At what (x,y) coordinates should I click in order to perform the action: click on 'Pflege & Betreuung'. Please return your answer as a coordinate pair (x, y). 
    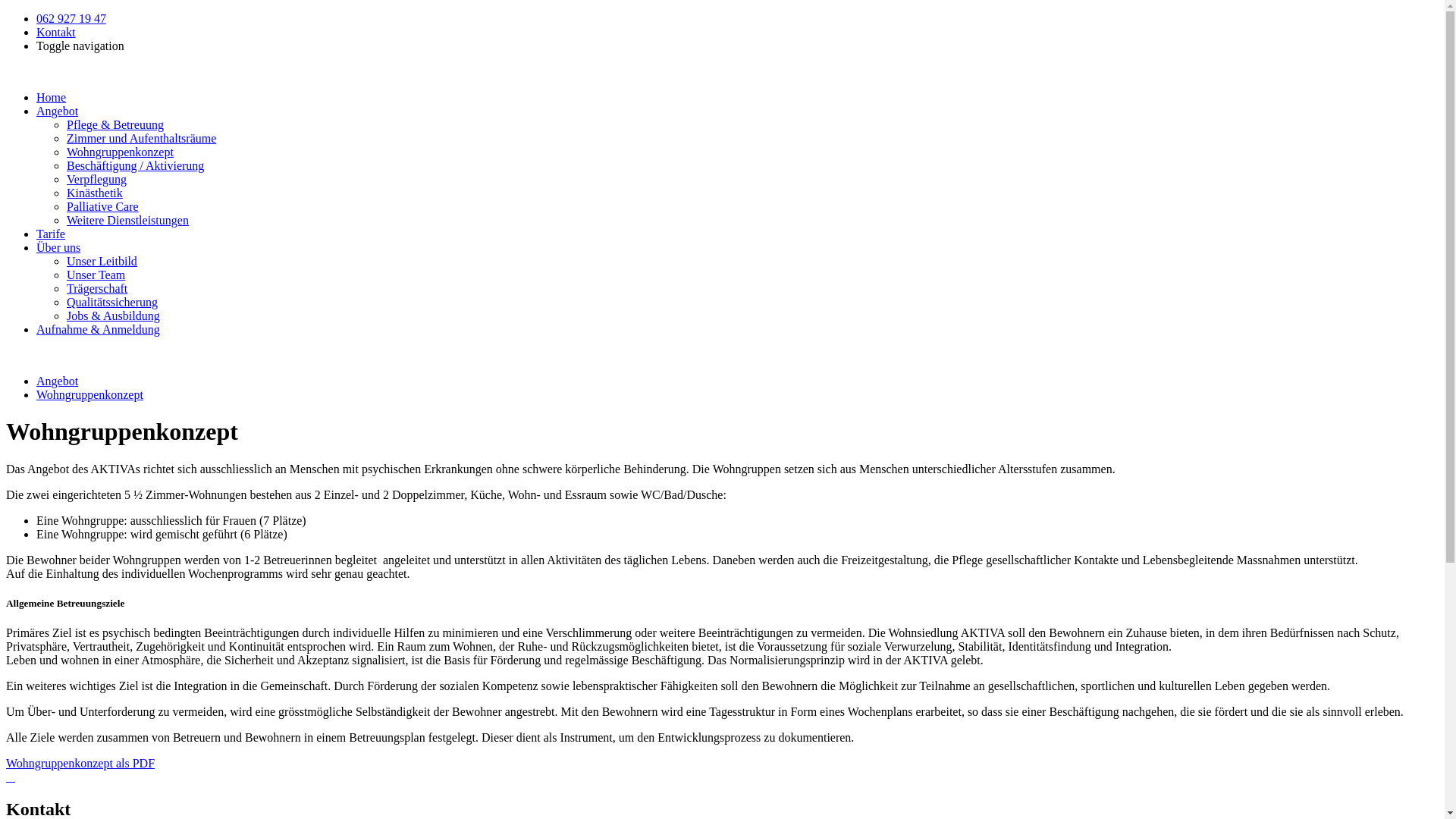
    Looking at the image, I should click on (115, 124).